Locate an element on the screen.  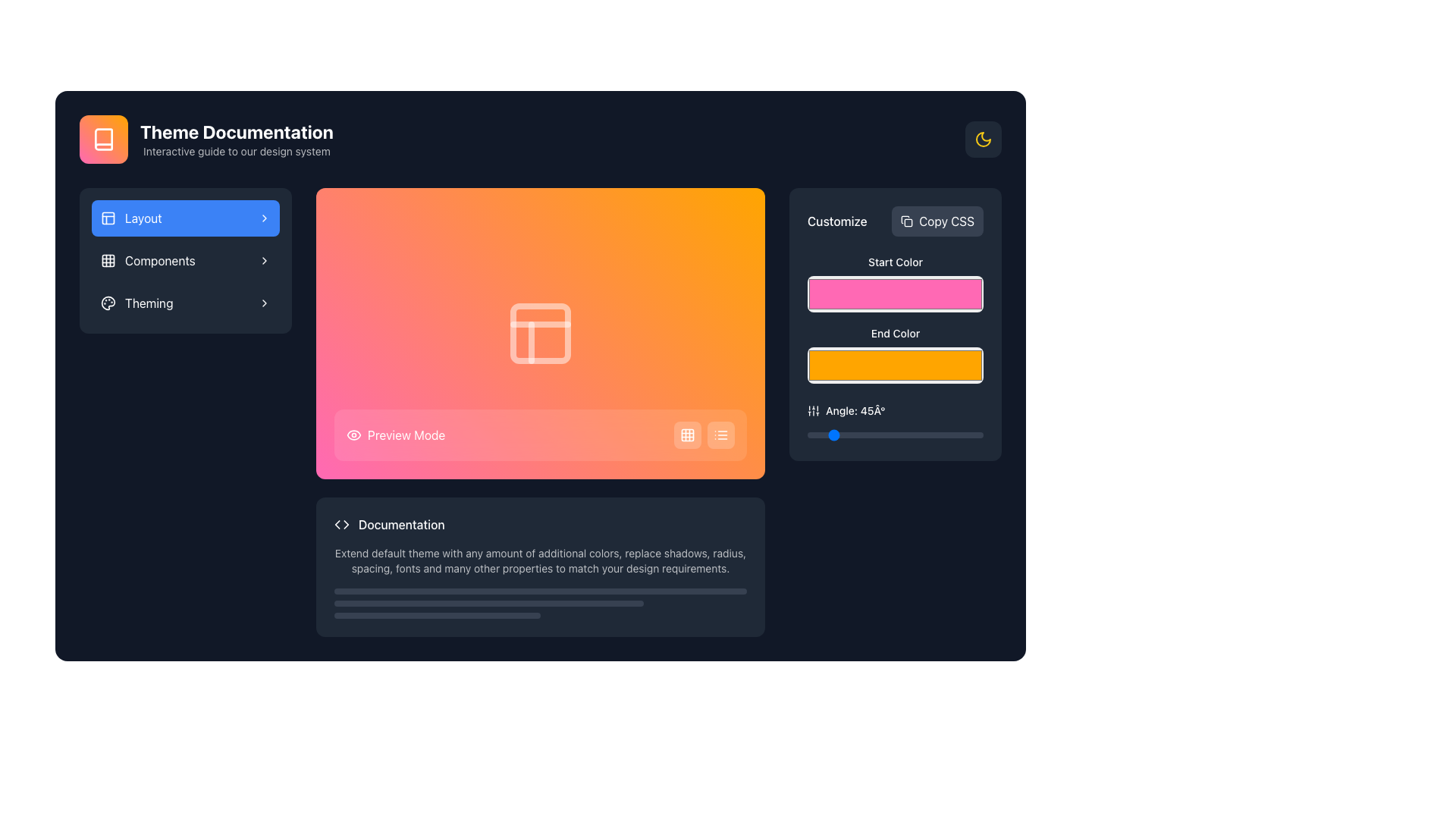
the grid icon resembling a modern outline design, located to the left of the 'Components' label in the left-hand navigation panel is located at coordinates (108, 259).